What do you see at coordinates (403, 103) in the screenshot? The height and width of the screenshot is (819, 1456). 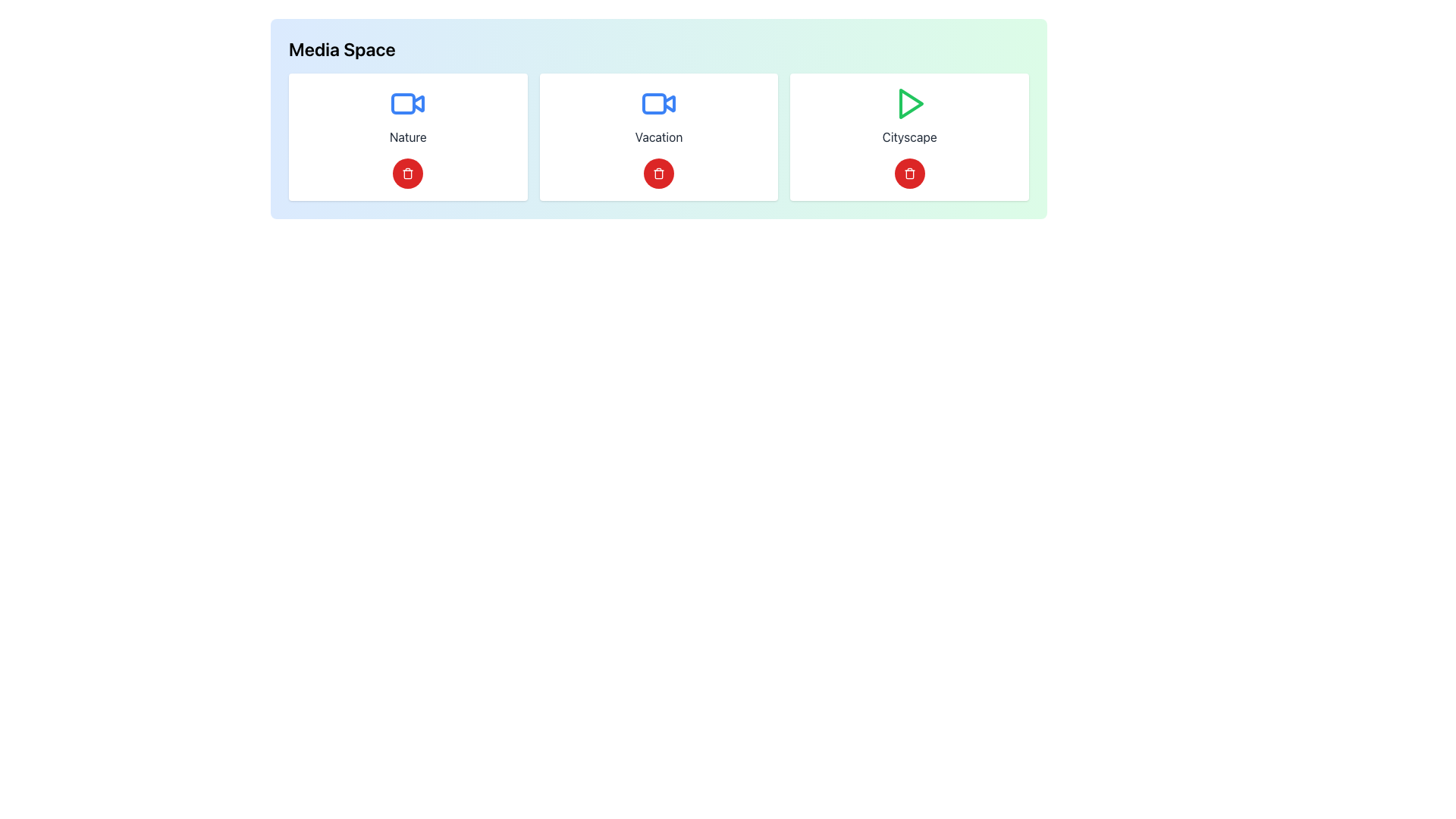 I see `decorative background SVG Rectangle of the video icon above the title 'Nature', which is centered in the first card of the horizontal row of cards` at bounding box center [403, 103].